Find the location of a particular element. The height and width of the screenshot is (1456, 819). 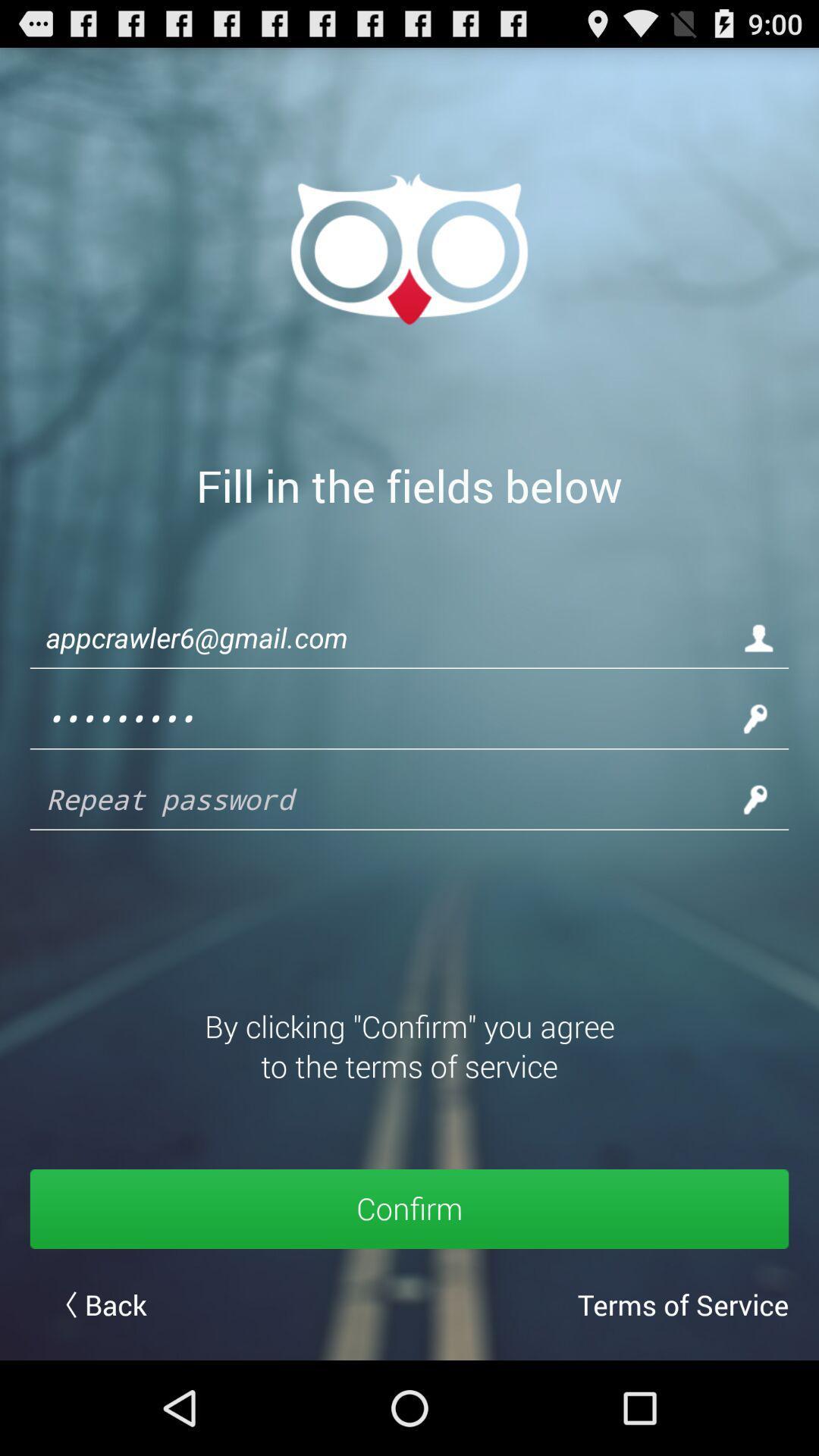

repeat password is located at coordinates (387, 799).